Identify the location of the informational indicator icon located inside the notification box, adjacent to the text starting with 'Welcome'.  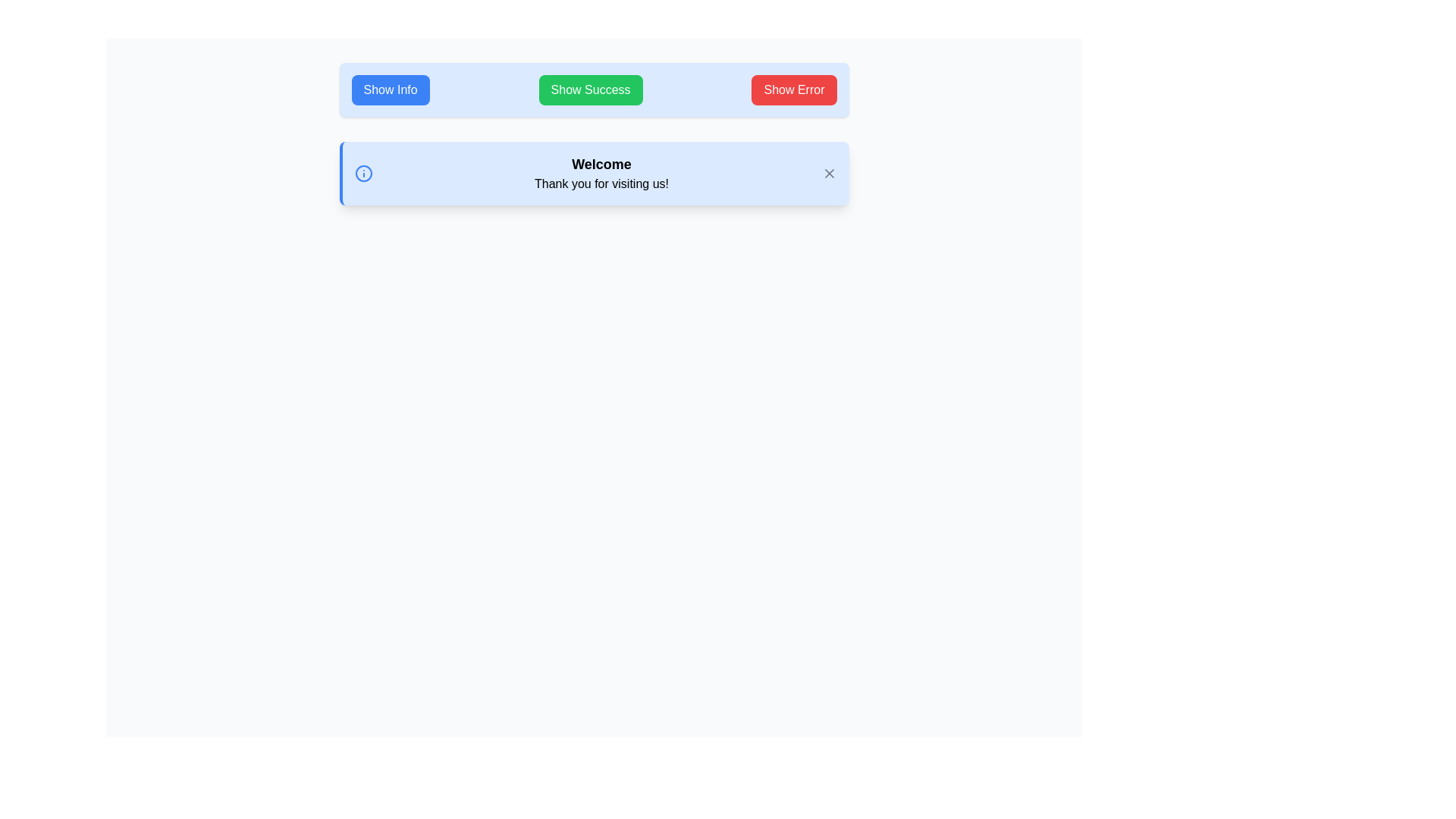
(362, 172).